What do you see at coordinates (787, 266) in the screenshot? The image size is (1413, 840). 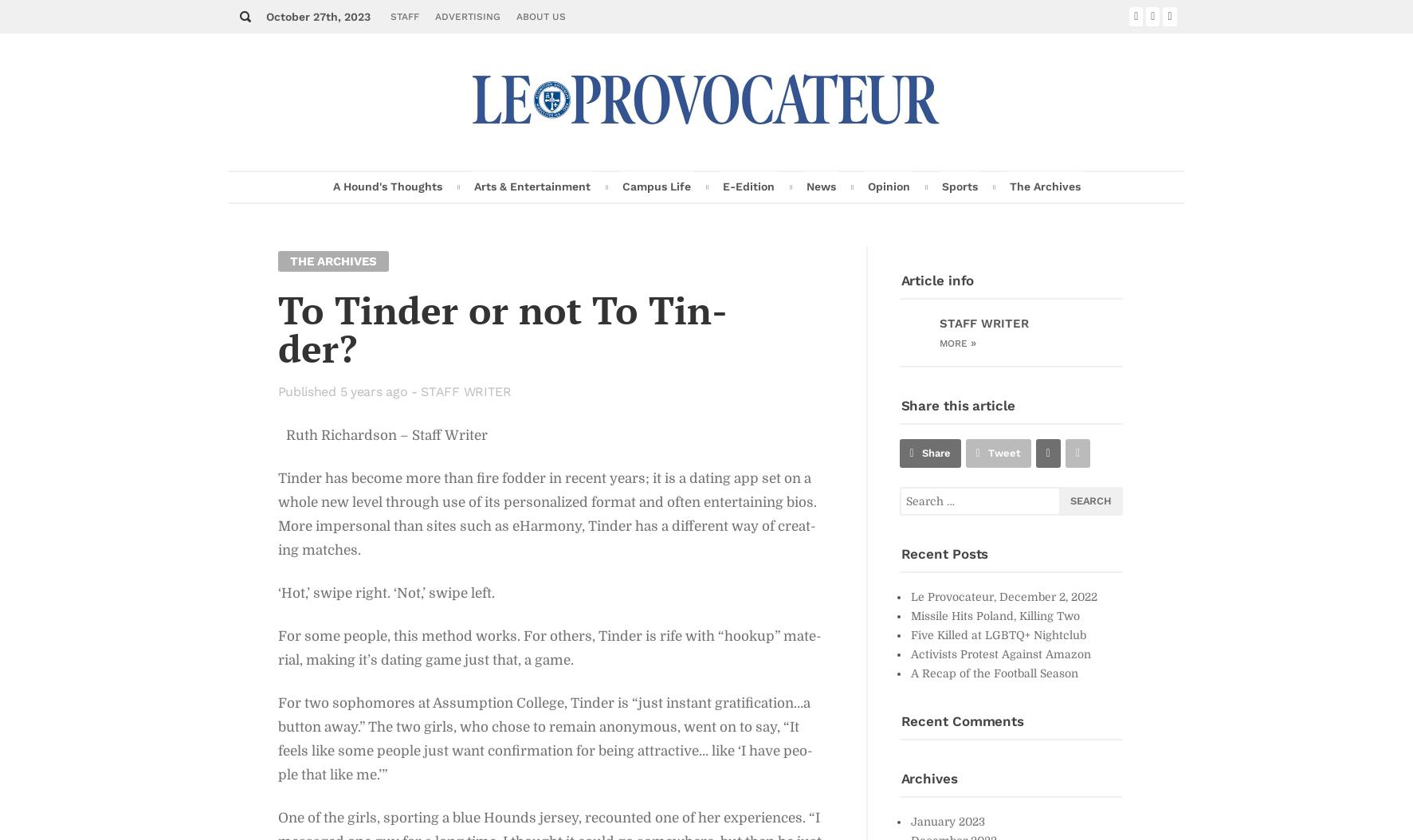 I see `'Fea­ture Story'` at bounding box center [787, 266].